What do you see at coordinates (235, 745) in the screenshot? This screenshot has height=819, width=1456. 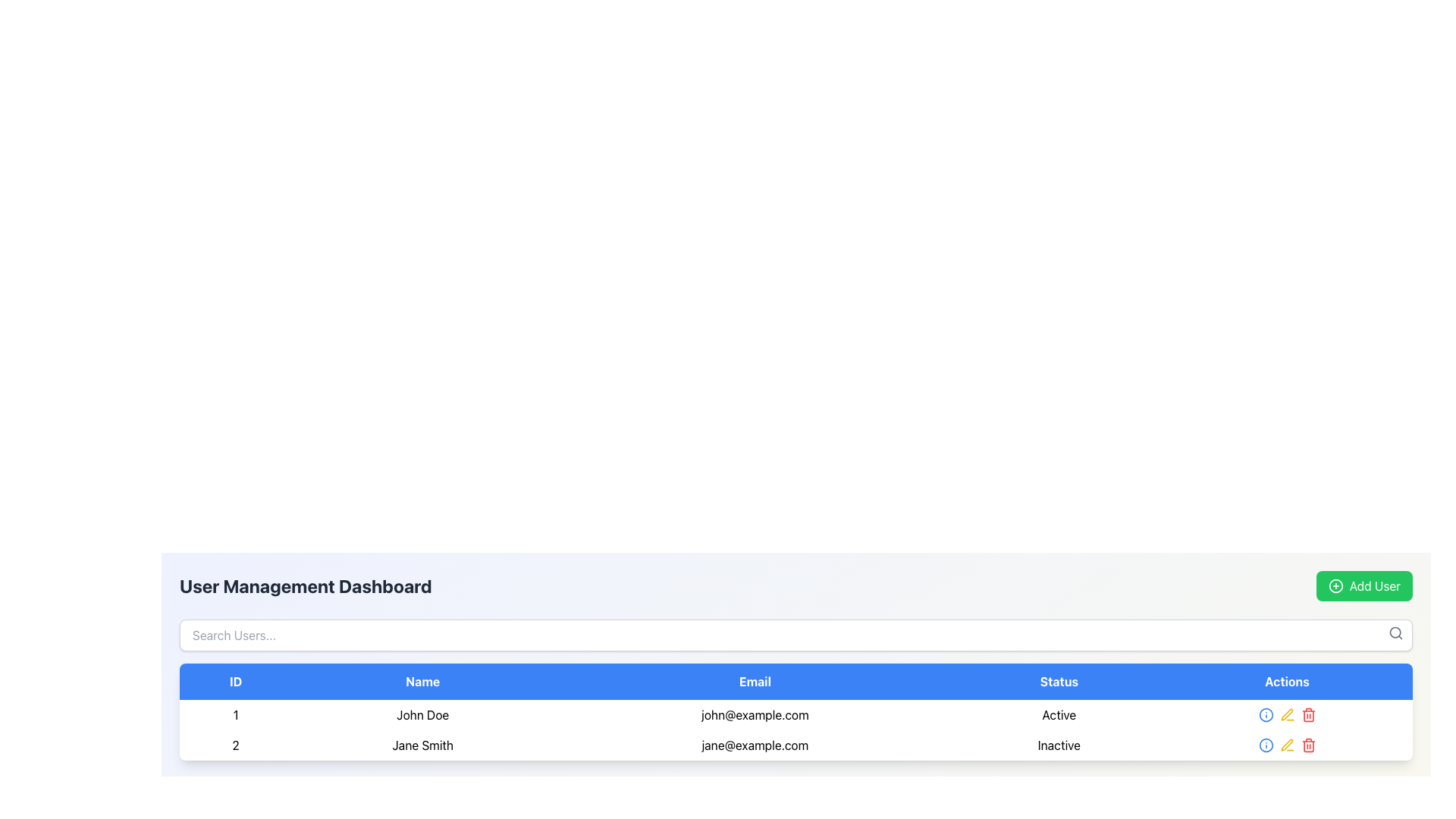 I see `the bold number '2' in the second row of the table under the 'ID' column` at bounding box center [235, 745].